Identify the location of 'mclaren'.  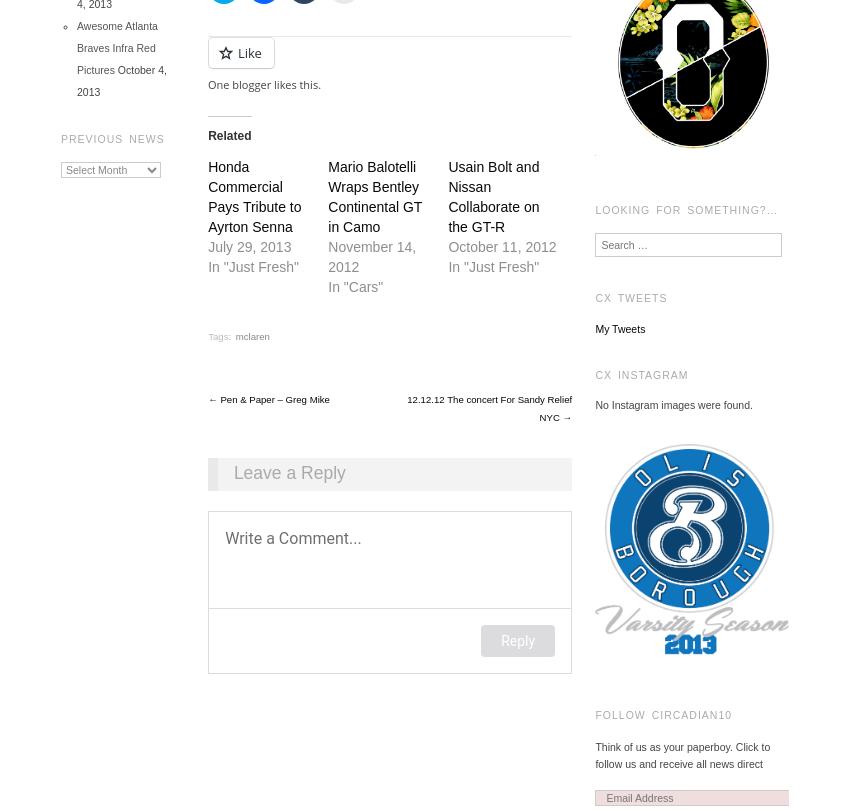
(252, 335).